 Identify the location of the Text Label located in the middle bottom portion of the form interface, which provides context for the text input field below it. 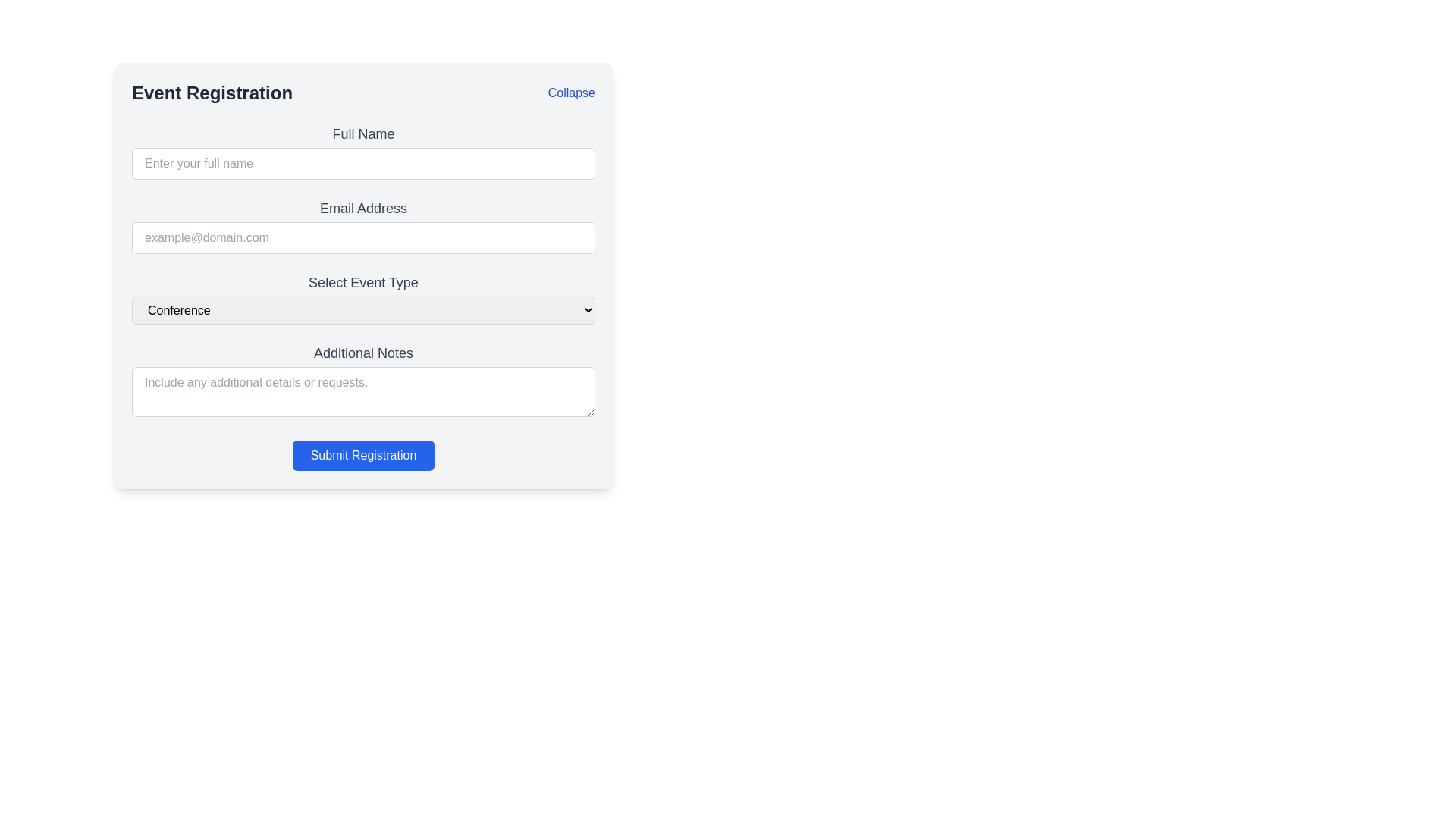
(362, 353).